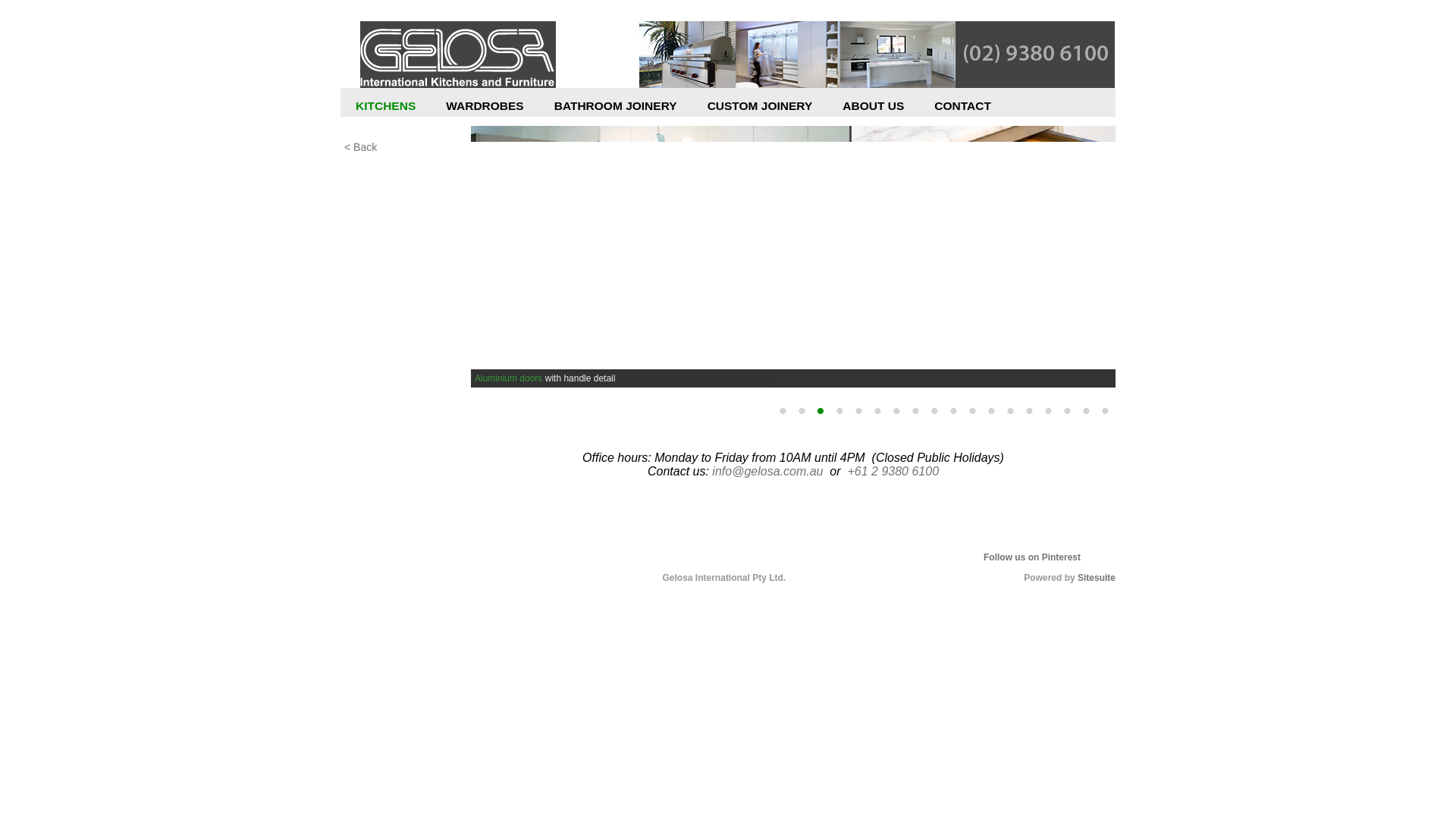  Describe the element at coordinates (404, 146) in the screenshot. I see `'< Back'` at that location.